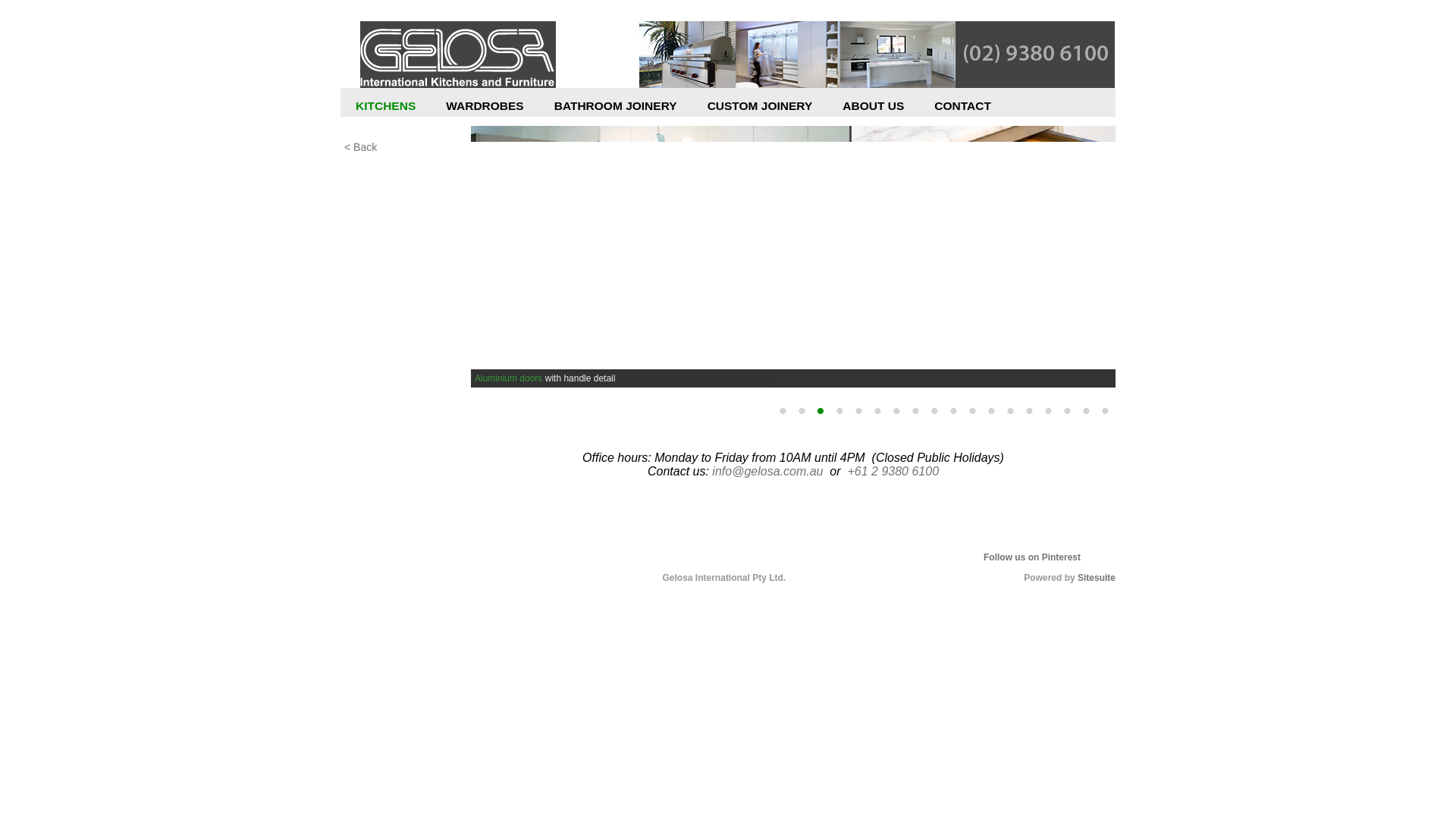  Describe the element at coordinates (404, 146) in the screenshot. I see `'< Back'` at that location.